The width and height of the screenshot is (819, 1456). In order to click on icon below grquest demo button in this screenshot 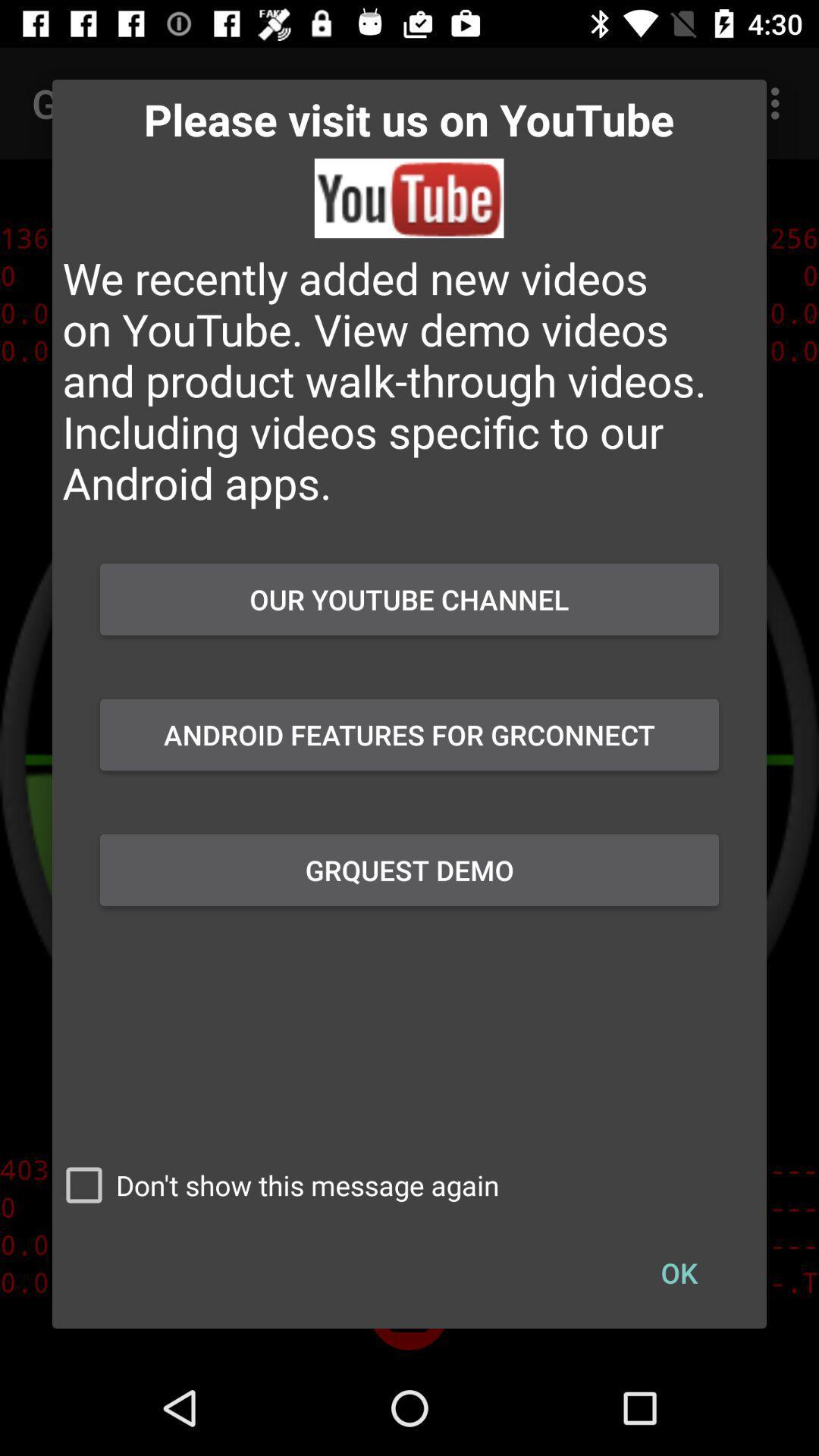, I will do `click(275, 1185)`.